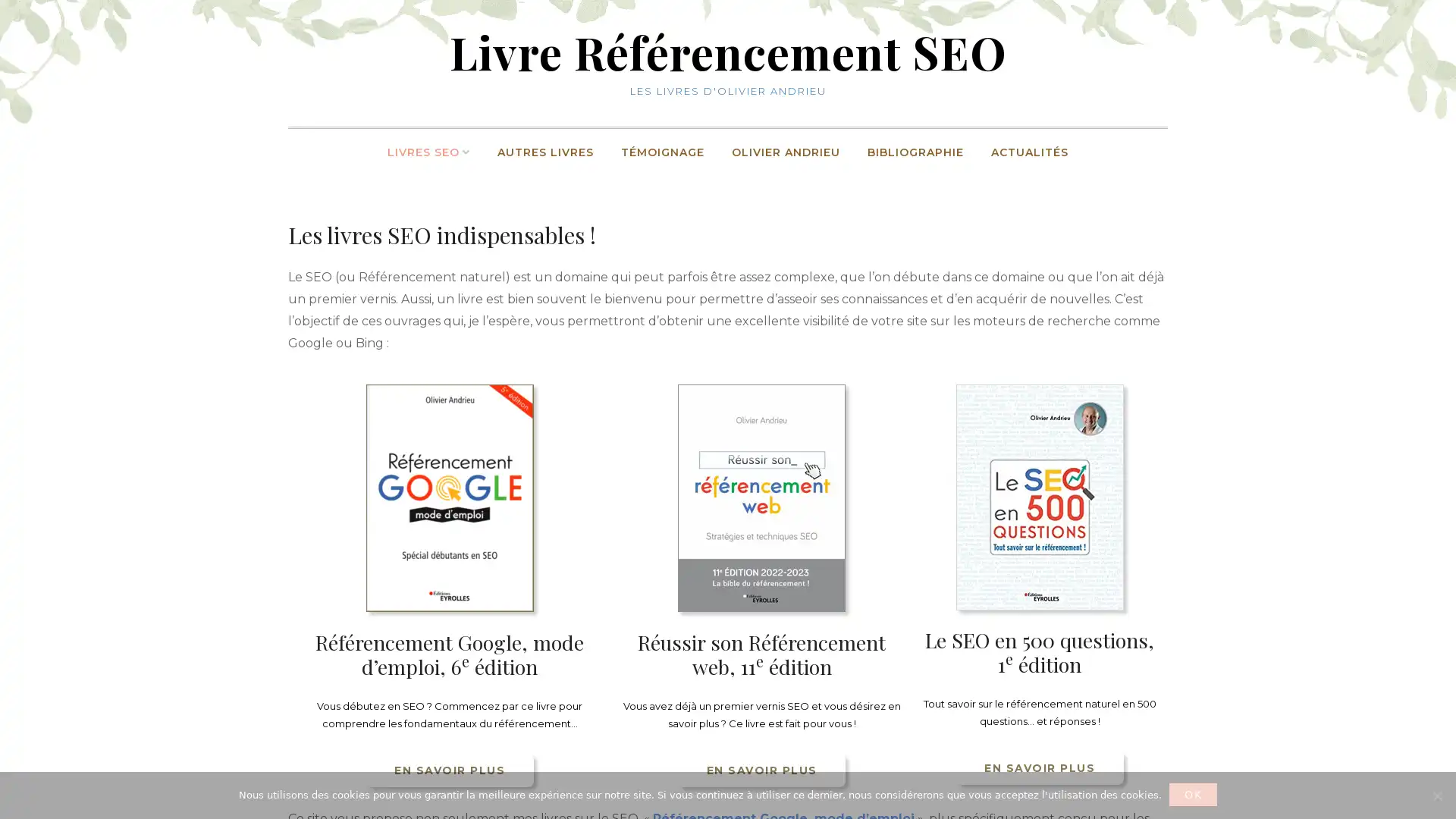 The image size is (1456, 819). Describe the element at coordinates (761, 769) in the screenshot. I see `EN SAVOIR PLUS` at that location.